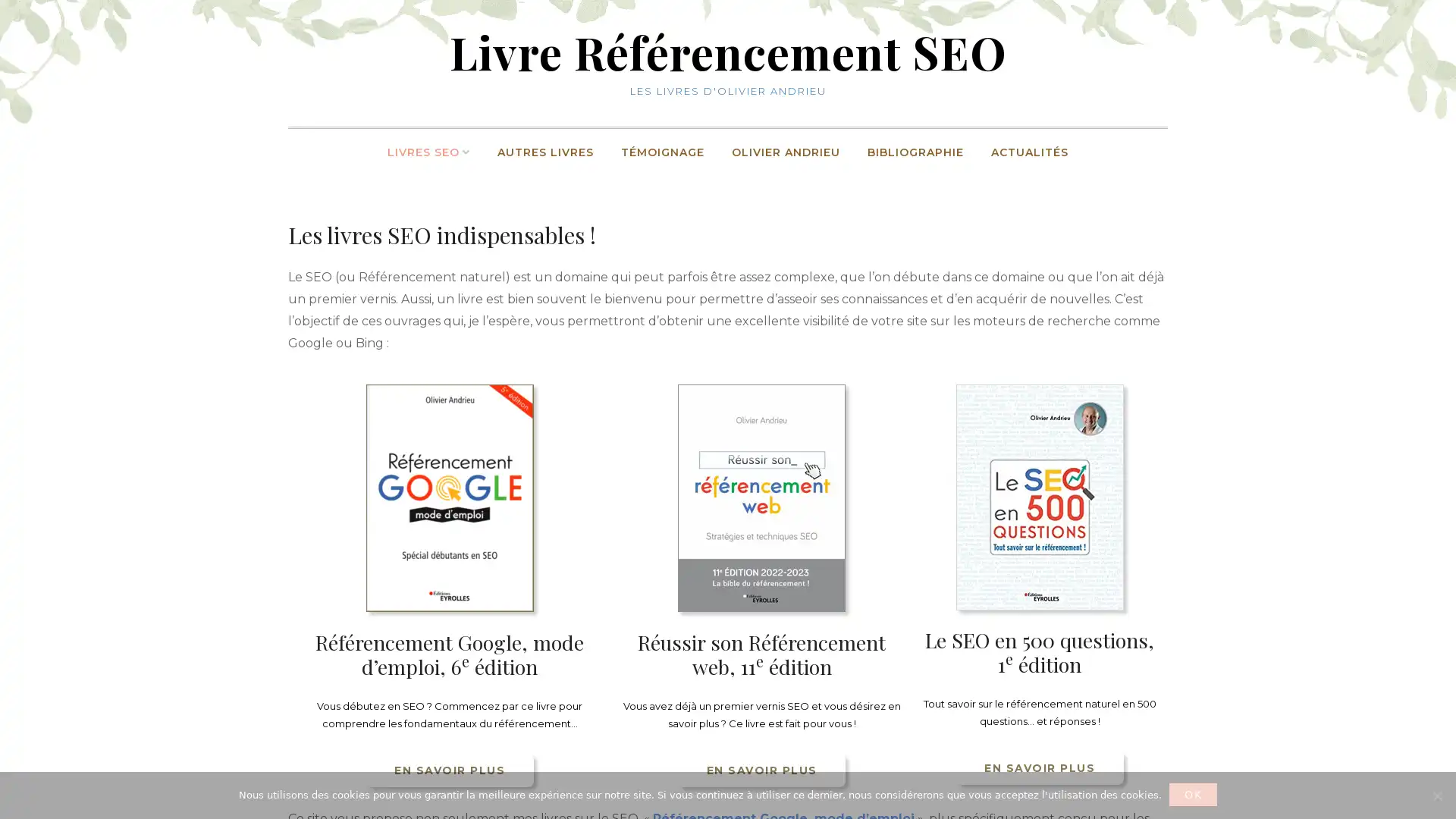 The image size is (1456, 819). Describe the element at coordinates (761, 769) in the screenshot. I see `EN SAVOIR PLUS` at that location.